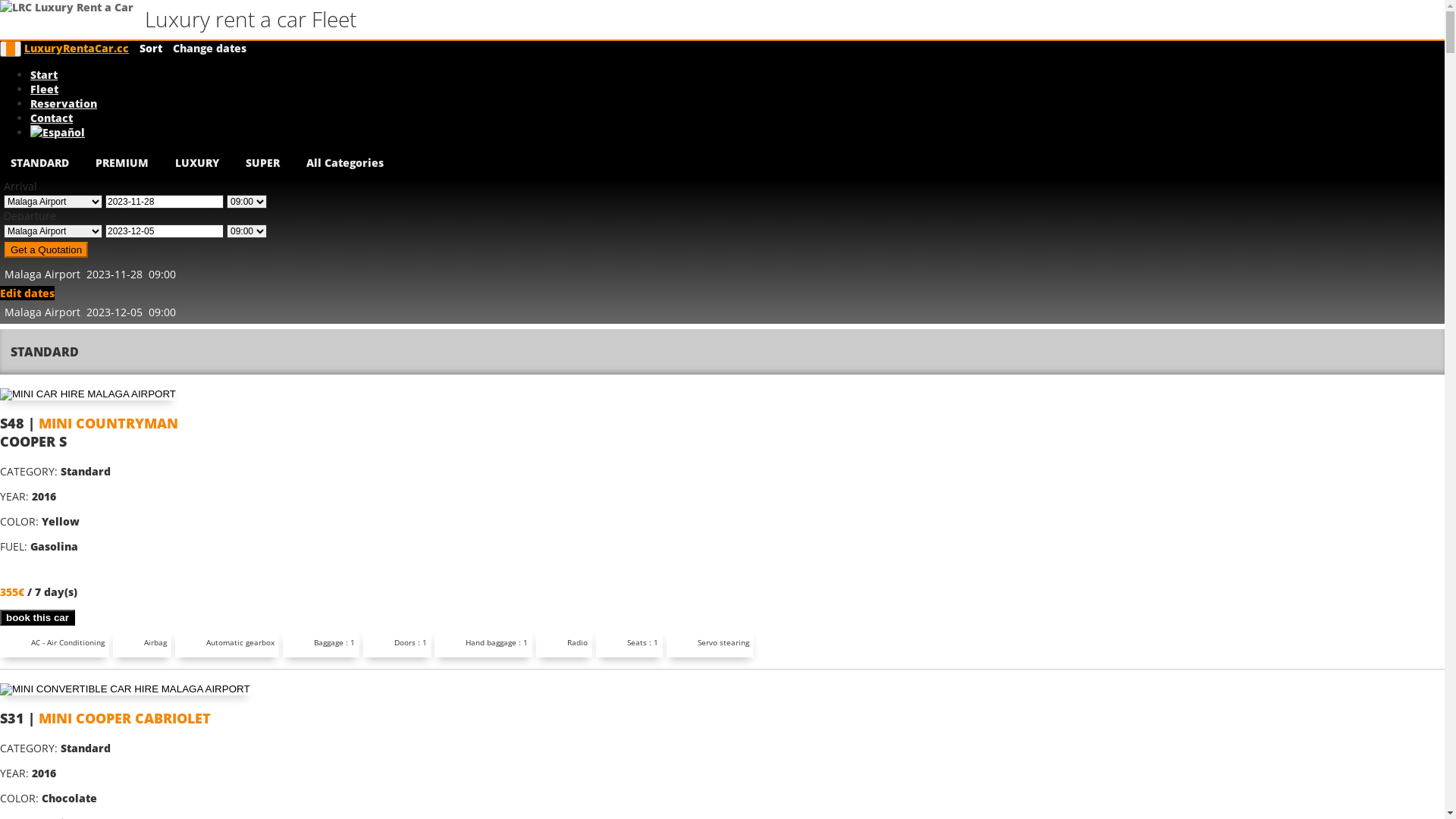  What do you see at coordinates (150, 47) in the screenshot?
I see `'Sort'` at bounding box center [150, 47].